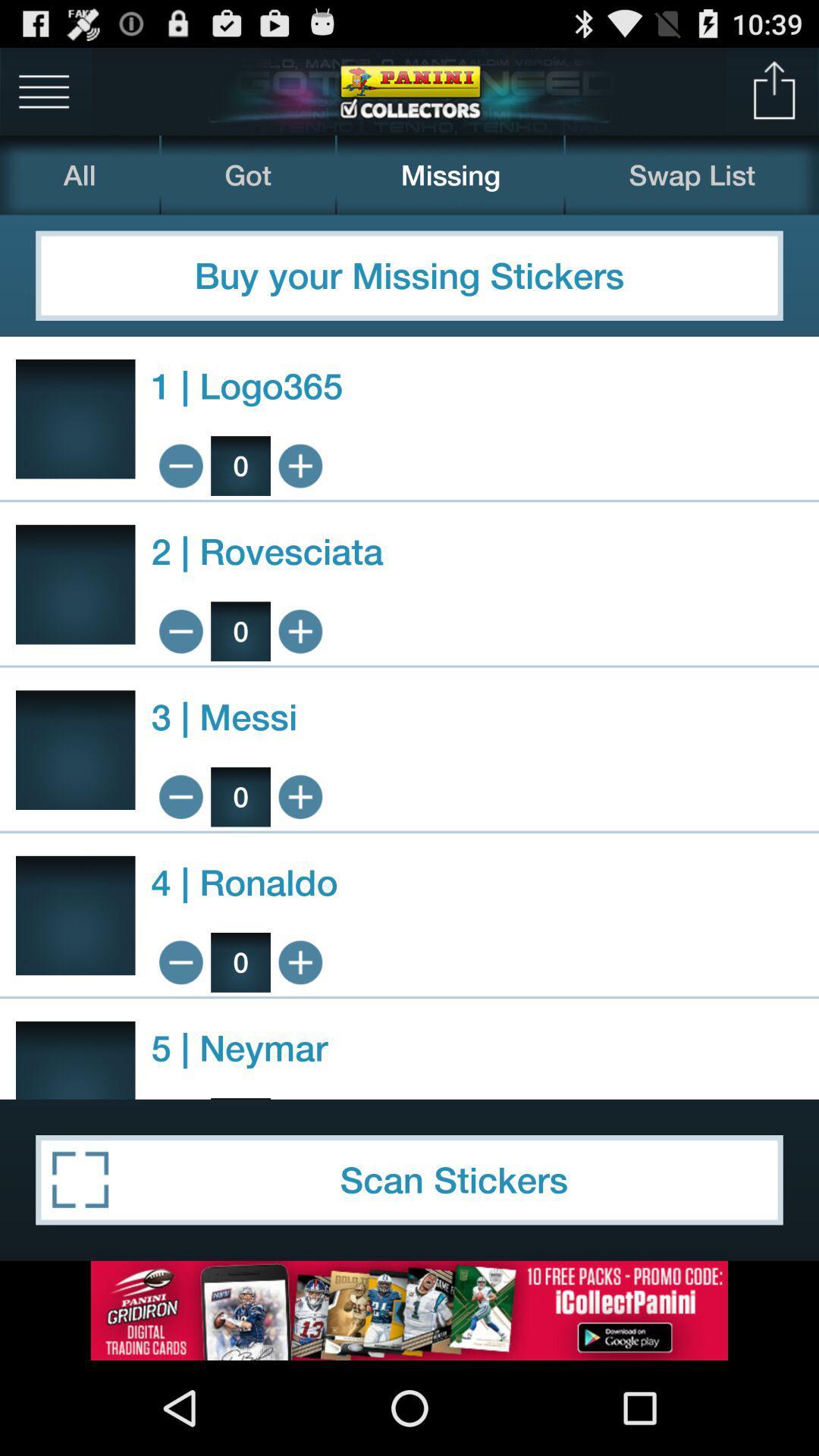 The image size is (819, 1456). Describe the element at coordinates (180, 465) in the screenshot. I see `increment down` at that location.